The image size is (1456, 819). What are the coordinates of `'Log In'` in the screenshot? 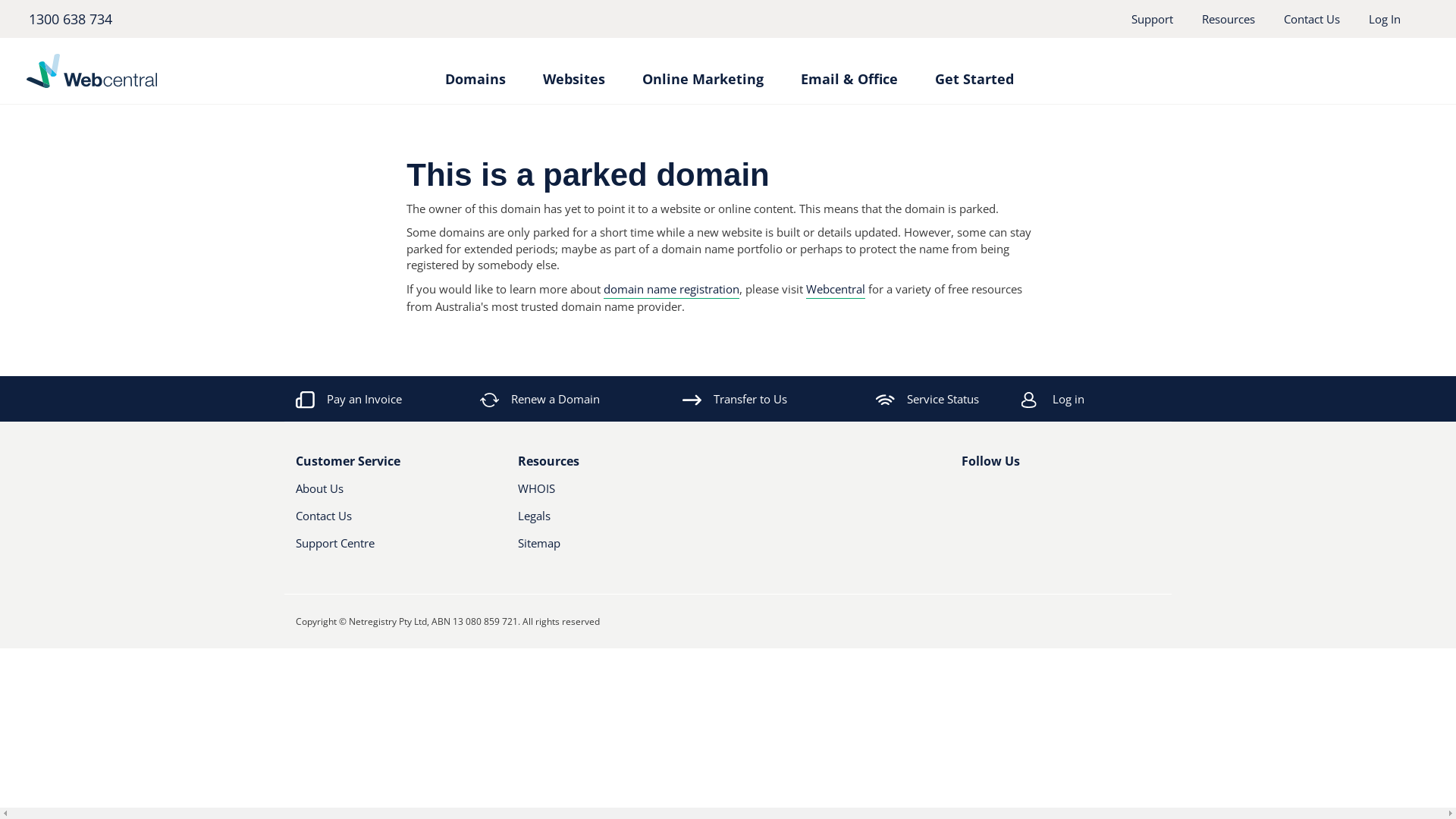 It's located at (1368, 18).